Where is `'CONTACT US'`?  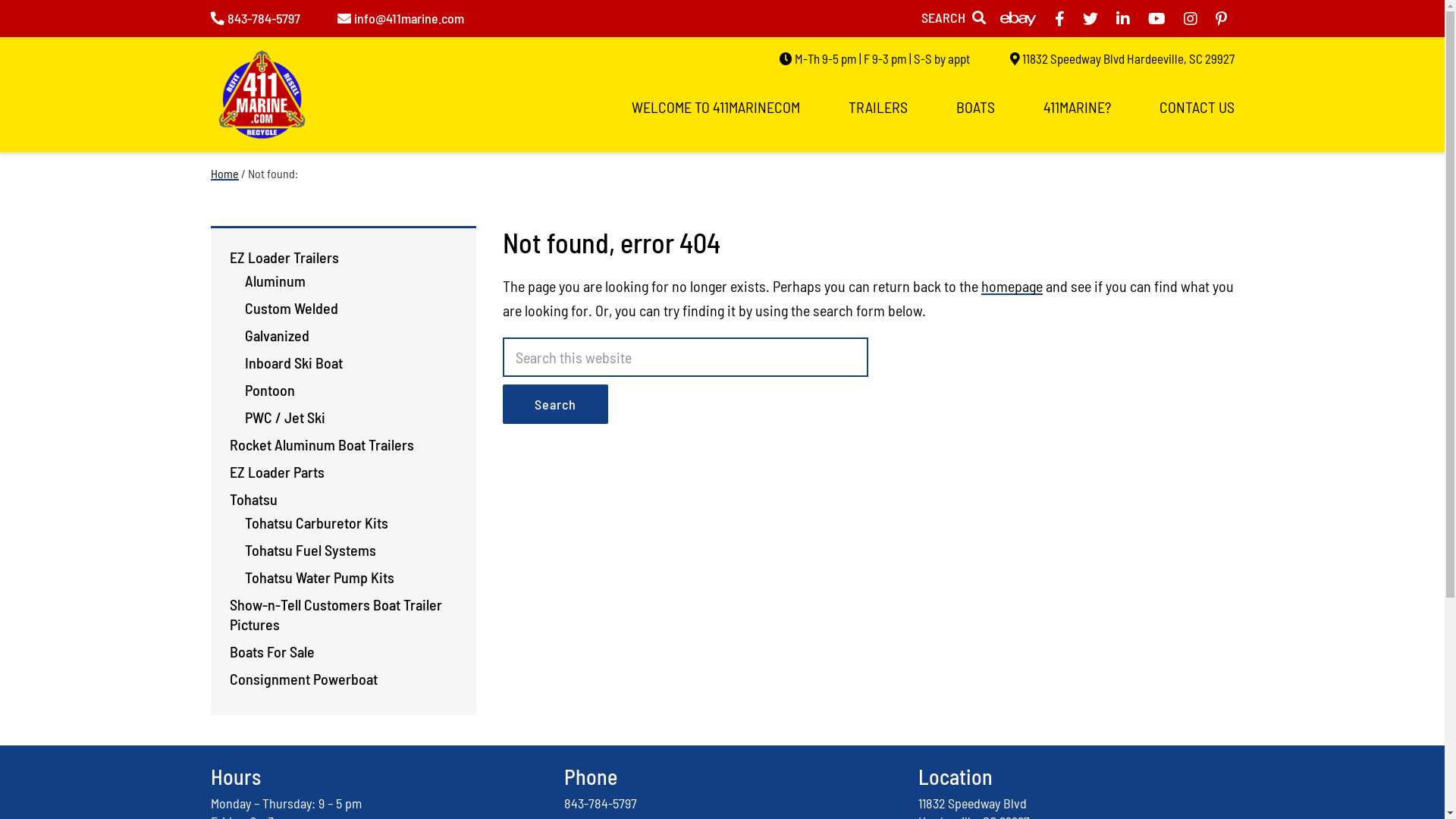
'CONTACT US' is located at coordinates (1195, 106).